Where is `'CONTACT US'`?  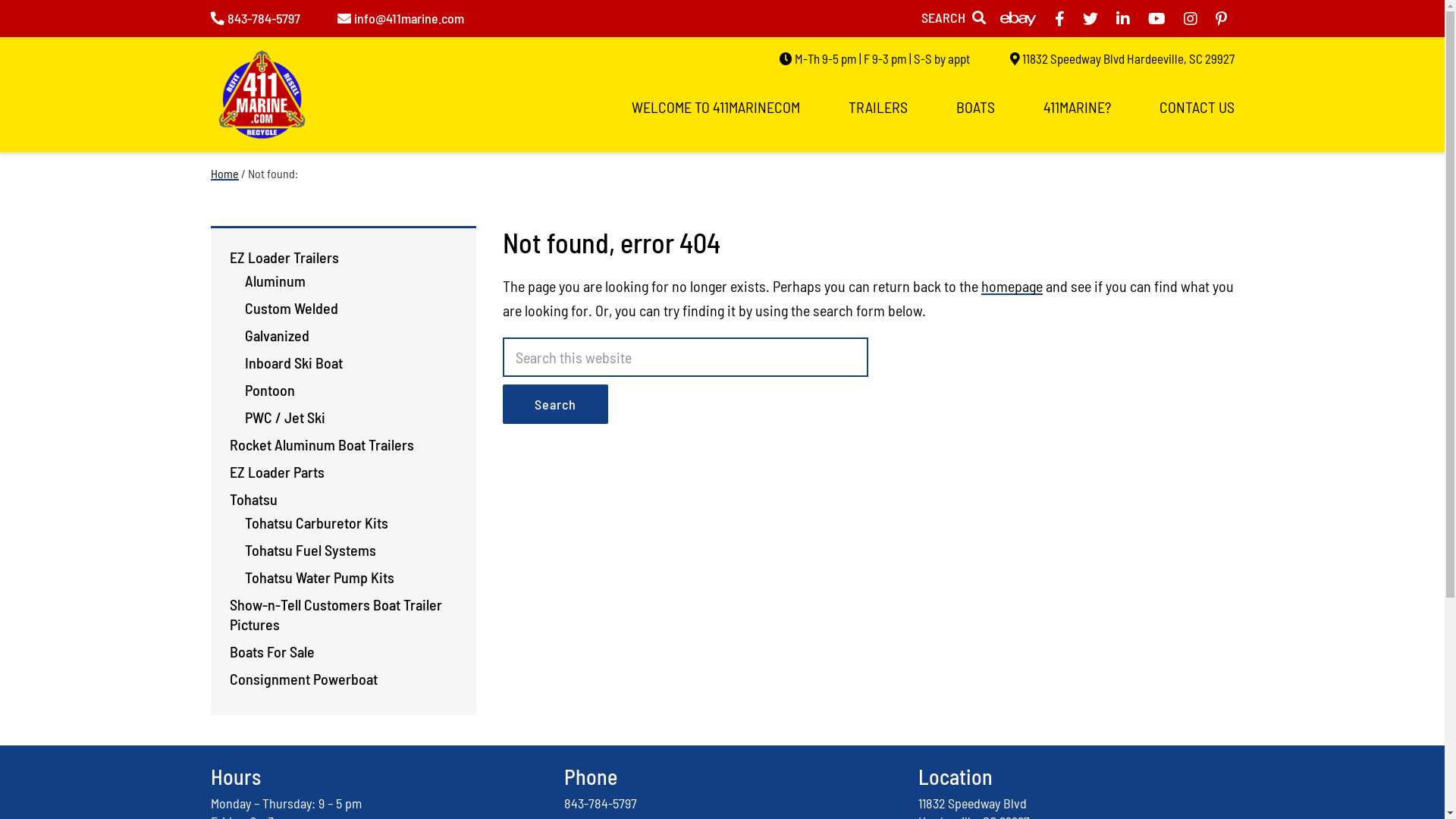
'CONTACT US' is located at coordinates (1195, 106).